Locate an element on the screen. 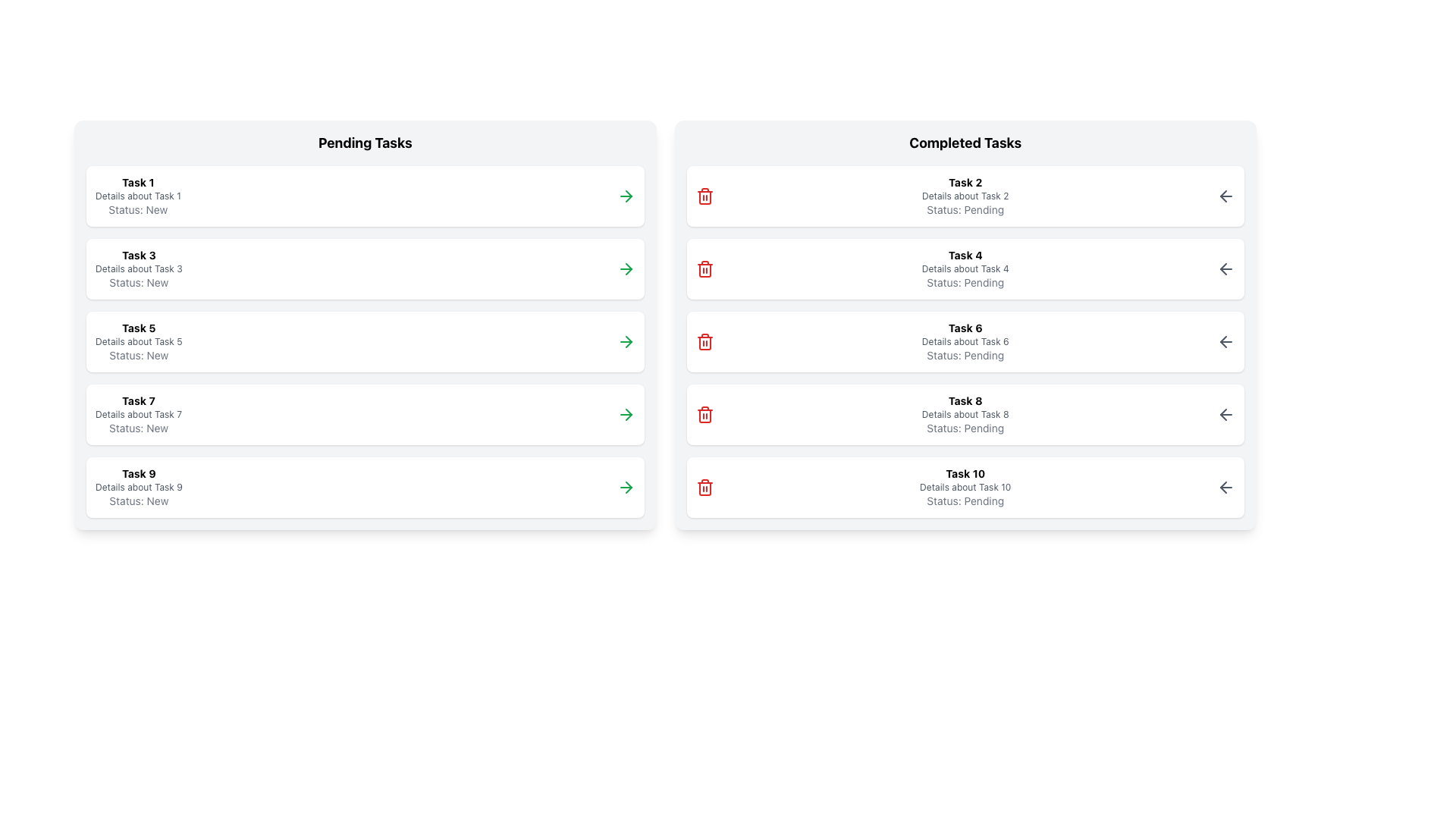 The width and height of the screenshot is (1456, 819). the third list item in the 'Pending Tasks' panel is located at coordinates (365, 342).